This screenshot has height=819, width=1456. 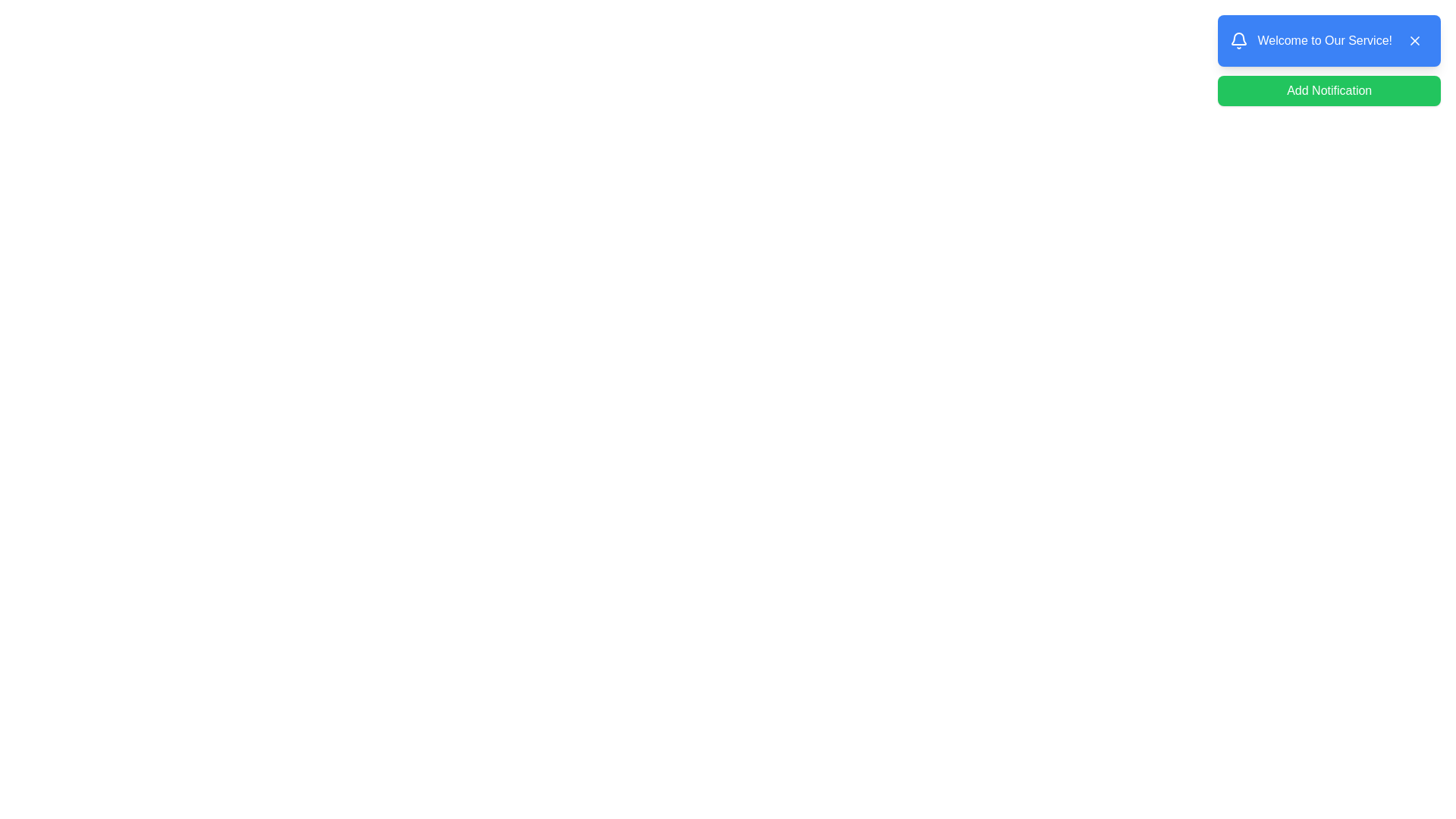 What do you see at coordinates (1239, 40) in the screenshot?
I see `the bell-shaped notification icon, which is outlined in white with a blue background, located in the blue banner that says 'Welcome to Our Service!' near the top-right corner of the interface` at bounding box center [1239, 40].